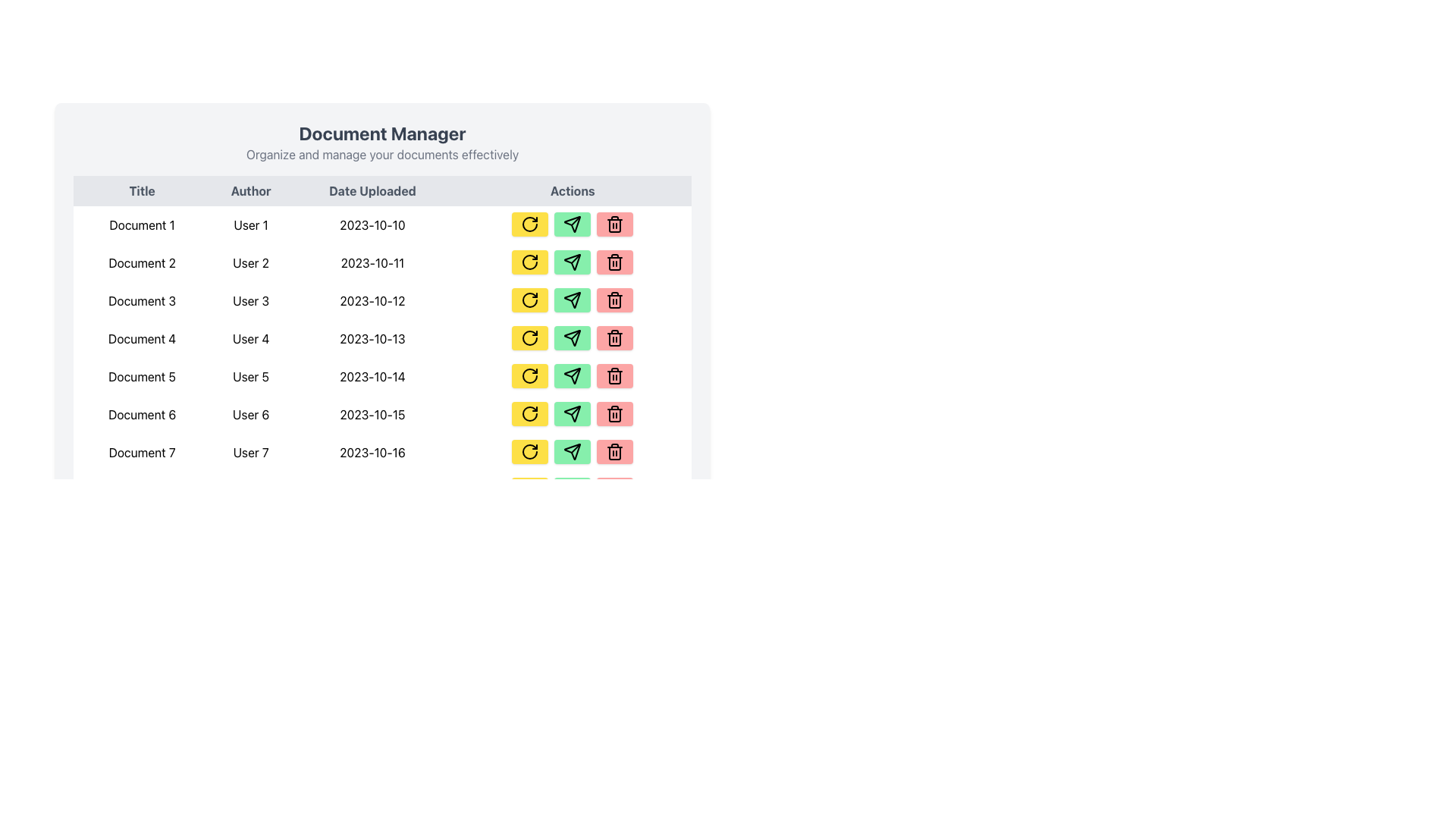 Image resolution: width=1456 pixels, height=819 pixels. I want to click on the paper airplane icon with a green background in the 'Actions' column for 'Document 4', so click(572, 337).